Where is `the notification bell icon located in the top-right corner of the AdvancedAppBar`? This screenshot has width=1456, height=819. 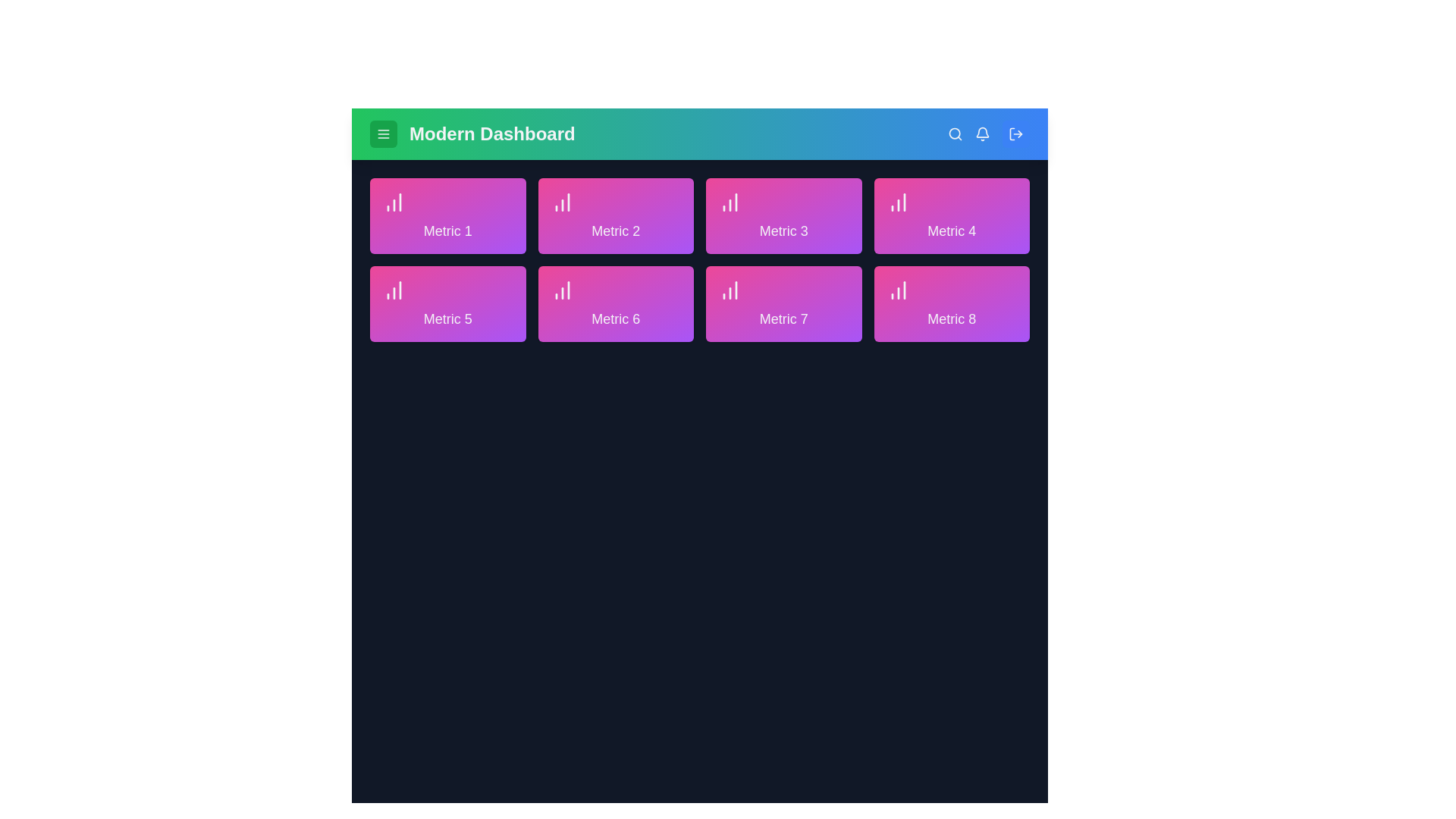
the notification bell icon located in the top-right corner of the AdvancedAppBar is located at coordinates (983, 133).